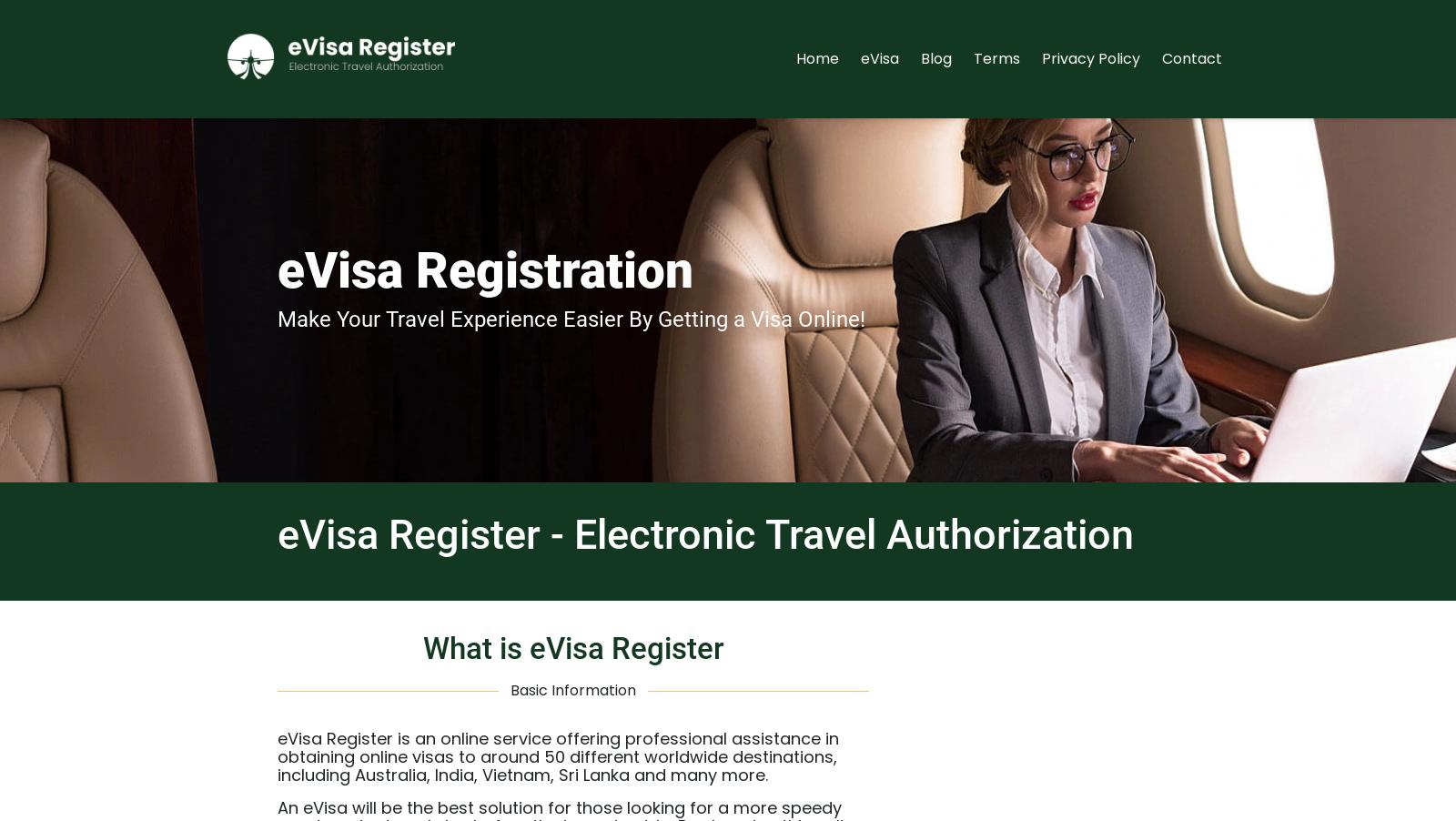 This screenshot has height=821, width=1456. What do you see at coordinates (1065, 291) in the screenshot?
I see `'USA ESTA'` at bounding box center [1065, 291].